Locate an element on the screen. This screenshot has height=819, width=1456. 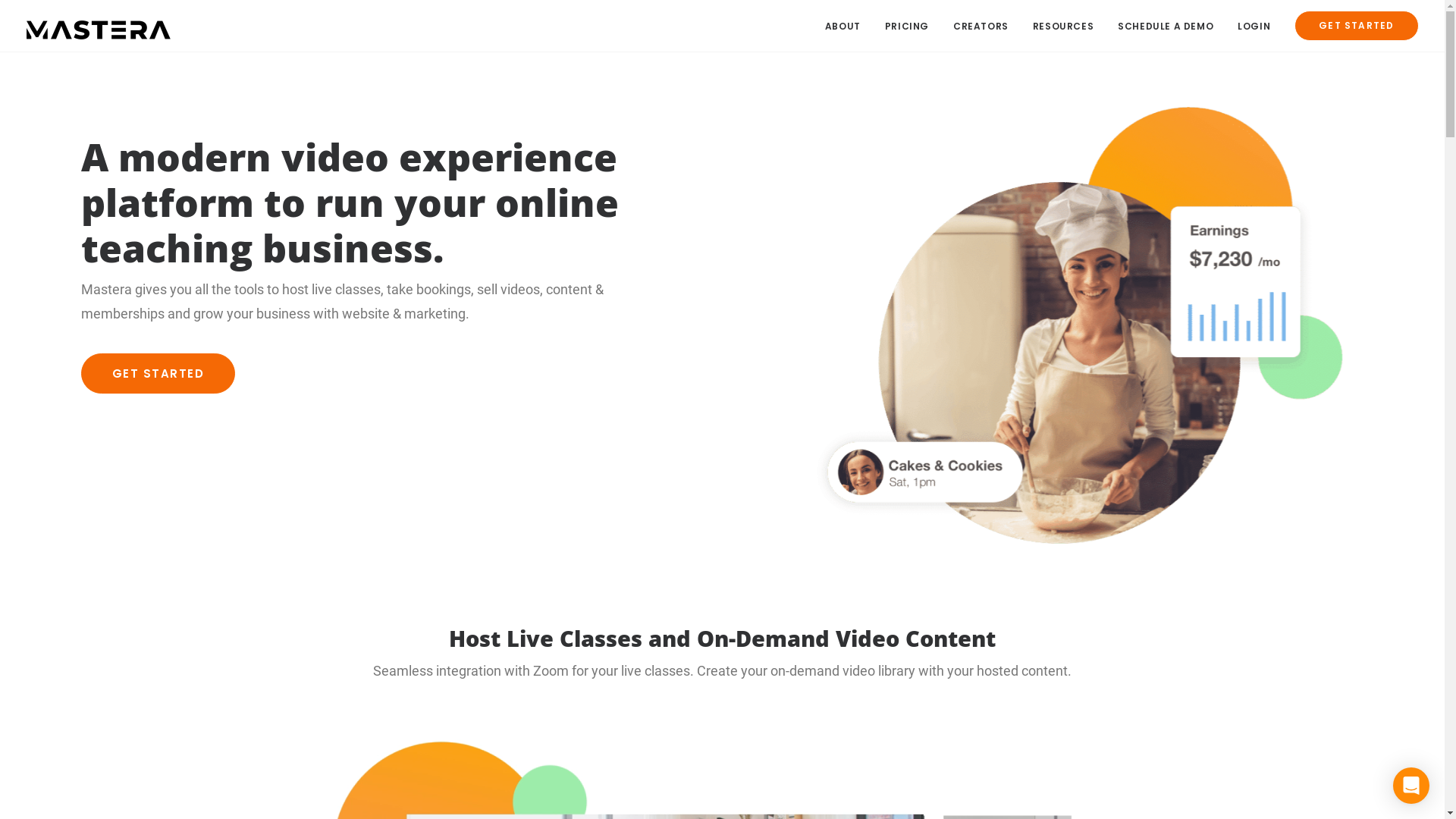
'SCHEDULE A DEMO' is located at coordinates (1106, 26).